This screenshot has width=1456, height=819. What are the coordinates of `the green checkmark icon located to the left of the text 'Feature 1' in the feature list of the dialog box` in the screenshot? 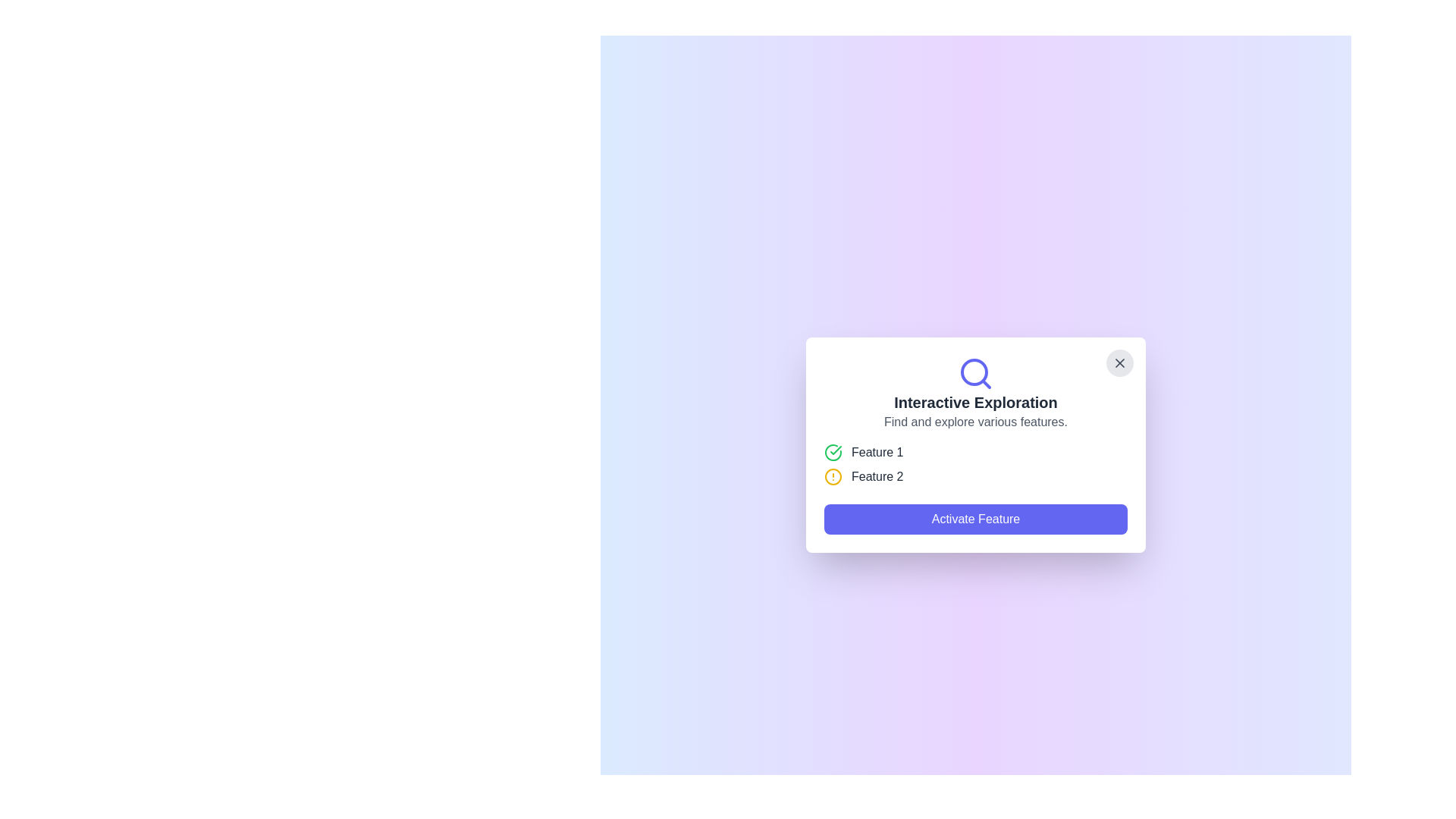 It's located at (833, 452).